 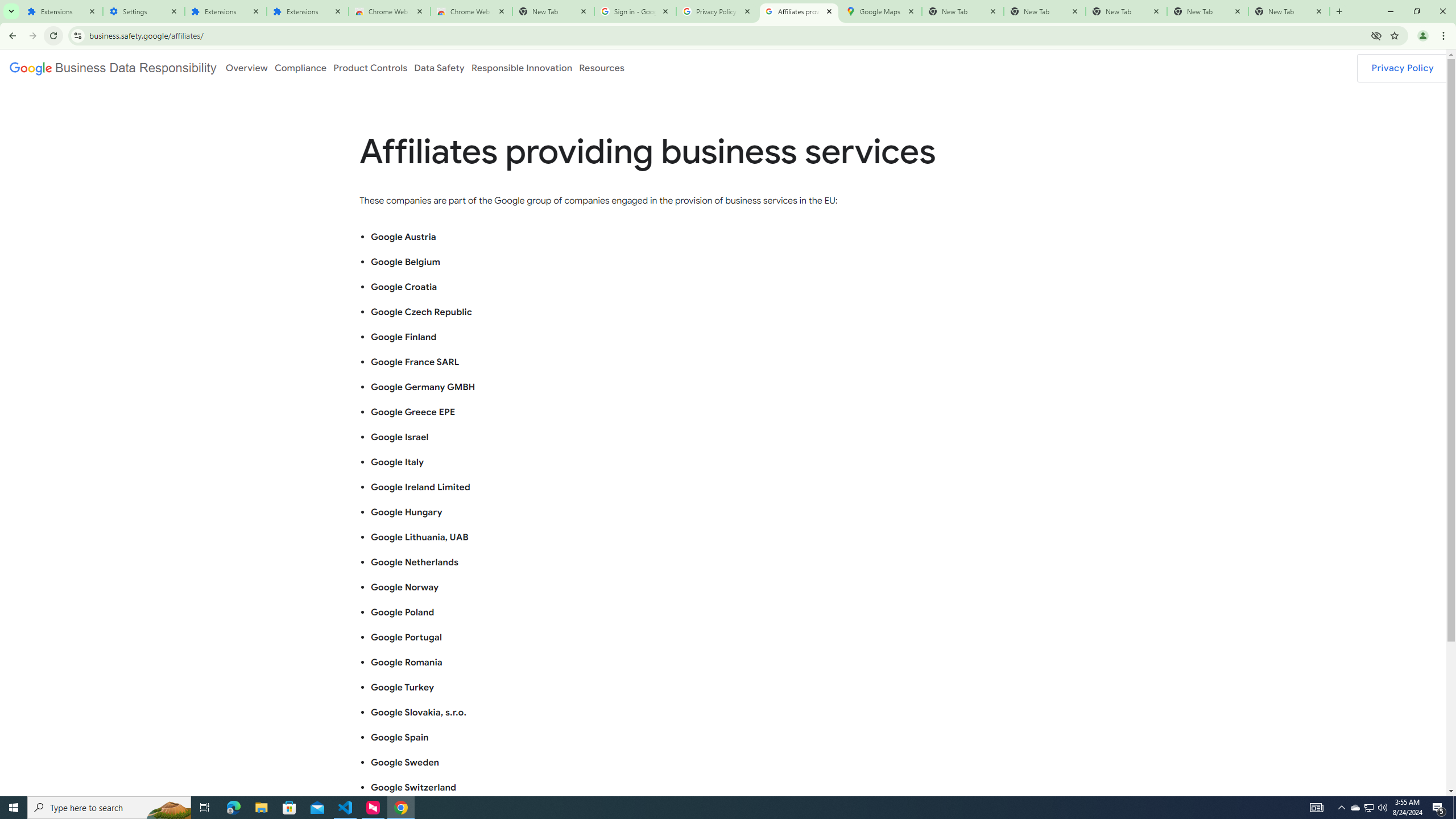 What do you see at coordinates (246, 67) in the screenshot?
I see `'Overview'` at bounding box center [246, 67].